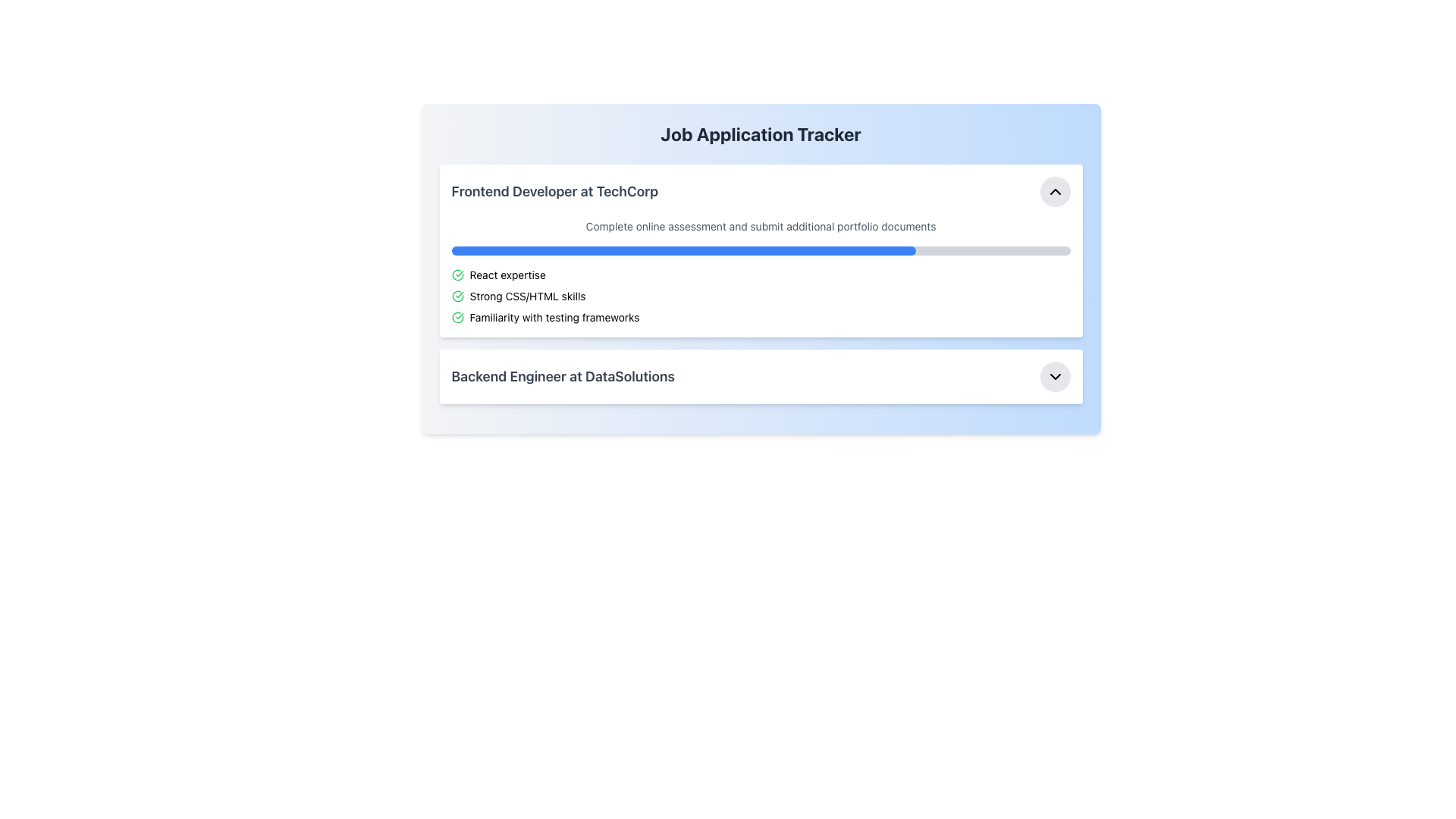 This screenshot has height=819, width=1456. Describe the element at coordinates (761, 376) in the screenshot. I see `the List Item with Dropdown displaying 'Backend Engineer at DataSolutions' to review information` at that location.